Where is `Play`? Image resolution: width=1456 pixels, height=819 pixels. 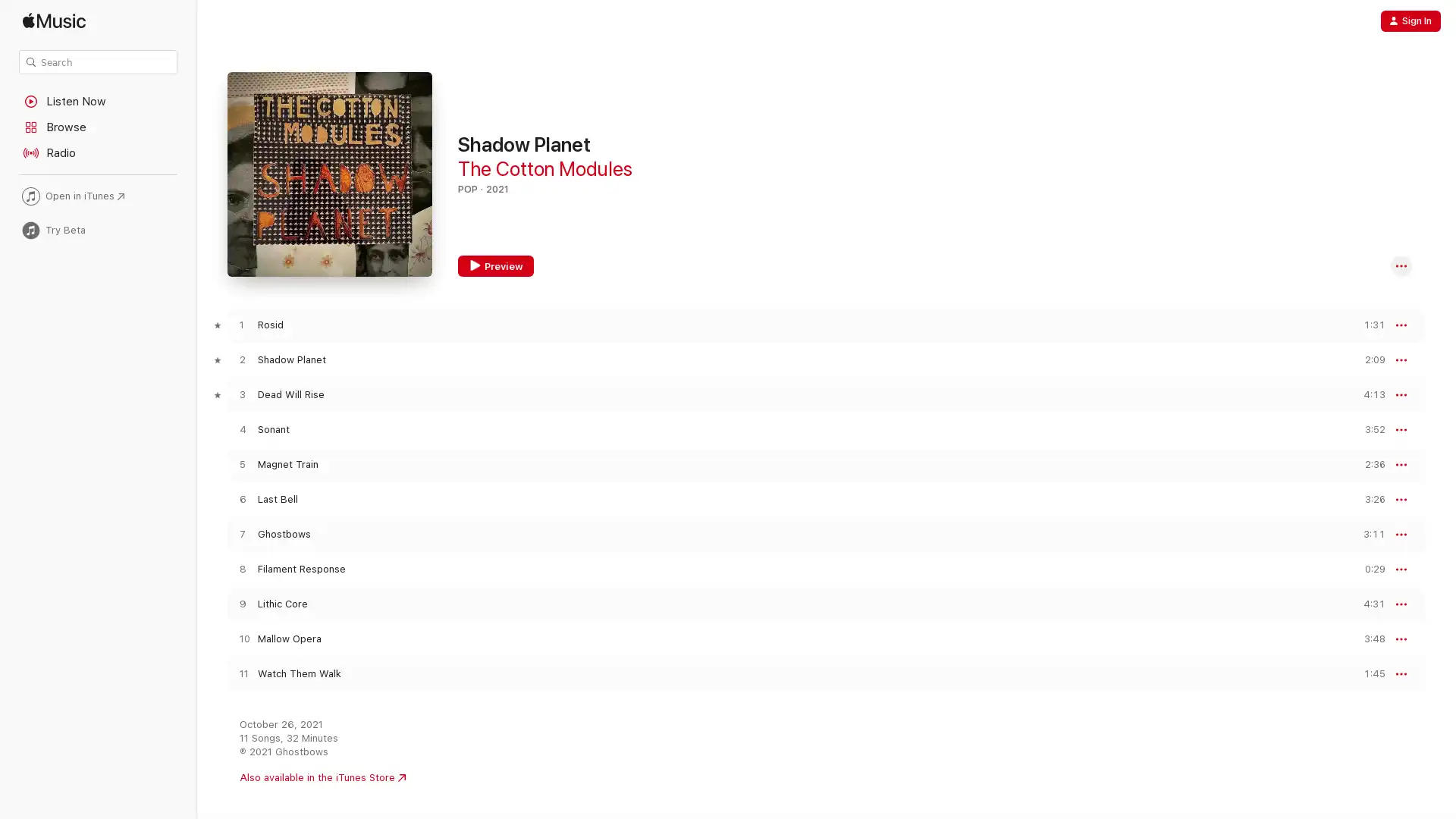 Play is located at coordinates (241, 639).